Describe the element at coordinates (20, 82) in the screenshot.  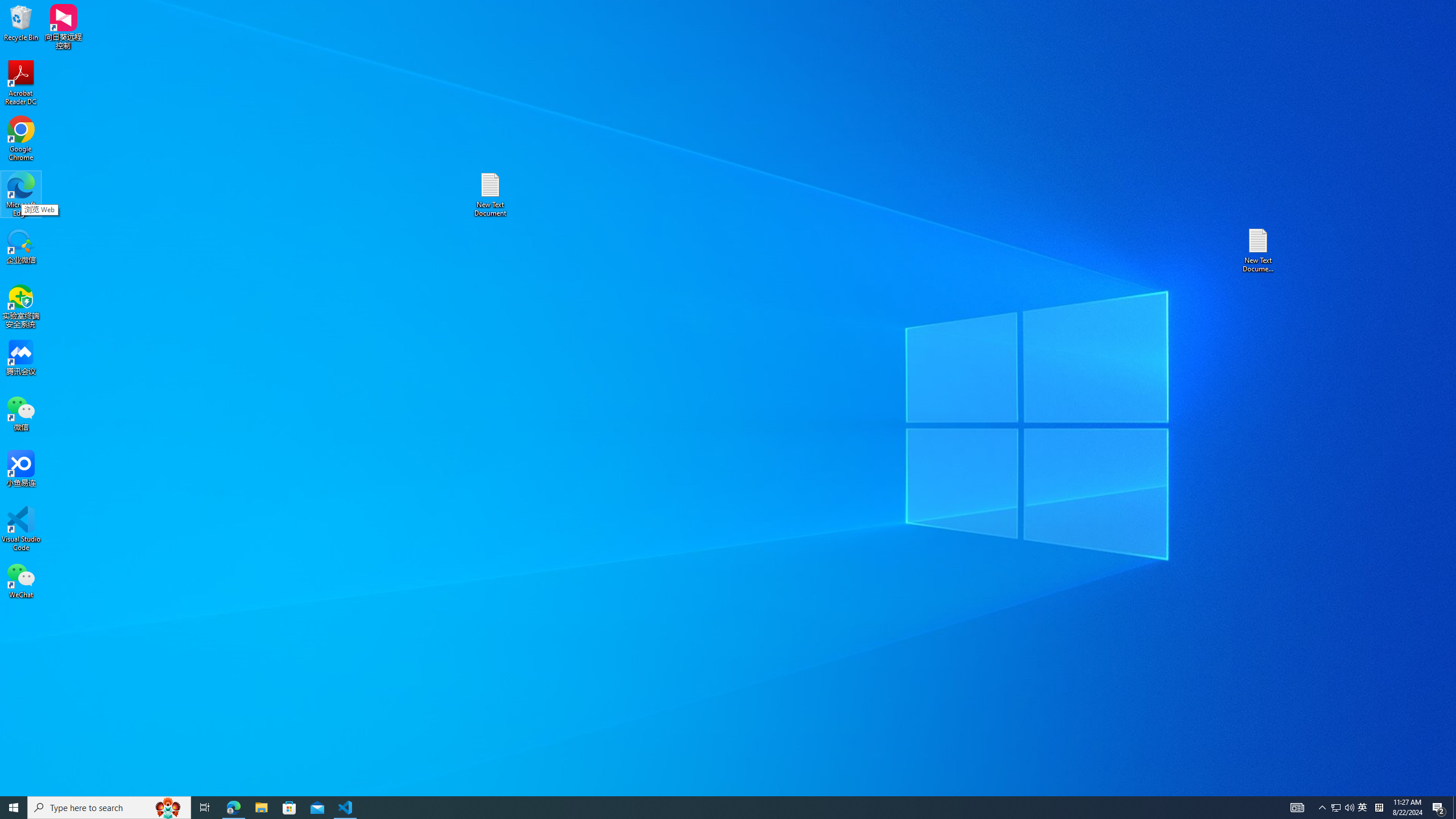
I see `'Acrobat Reader DC'` at that location.